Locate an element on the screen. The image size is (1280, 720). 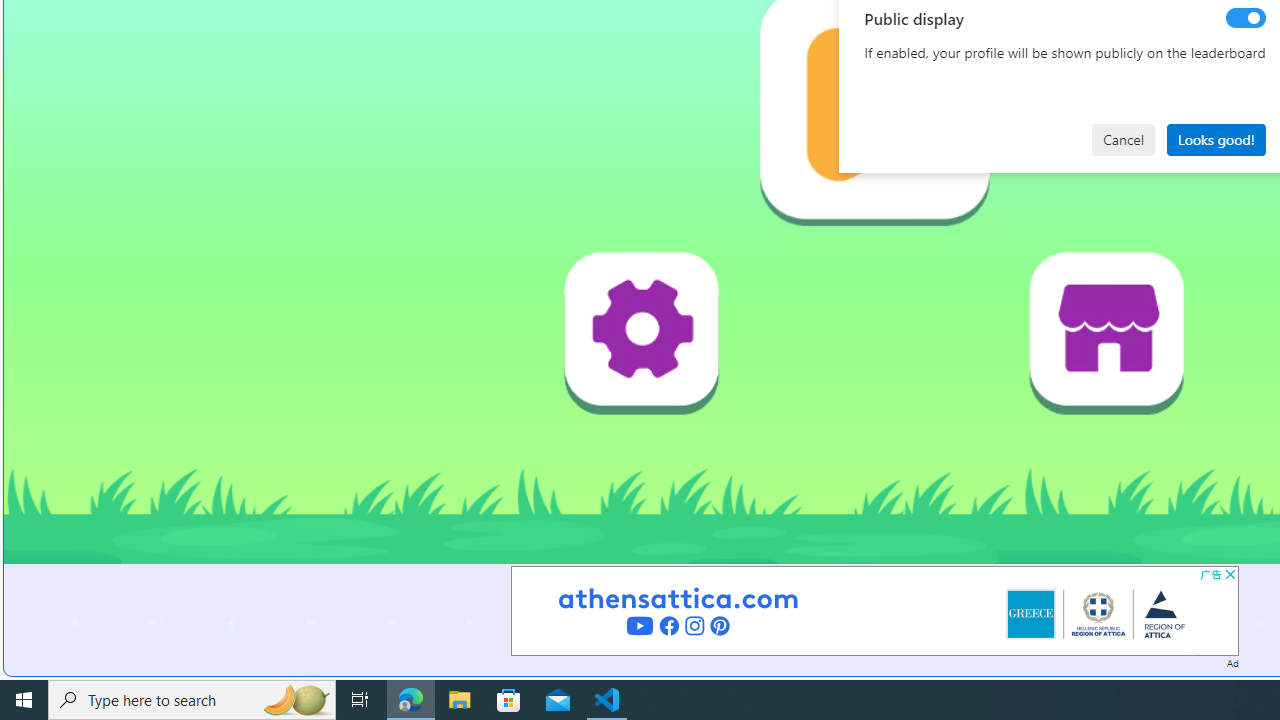
'Ad' is located at coordinates (1231, 662).